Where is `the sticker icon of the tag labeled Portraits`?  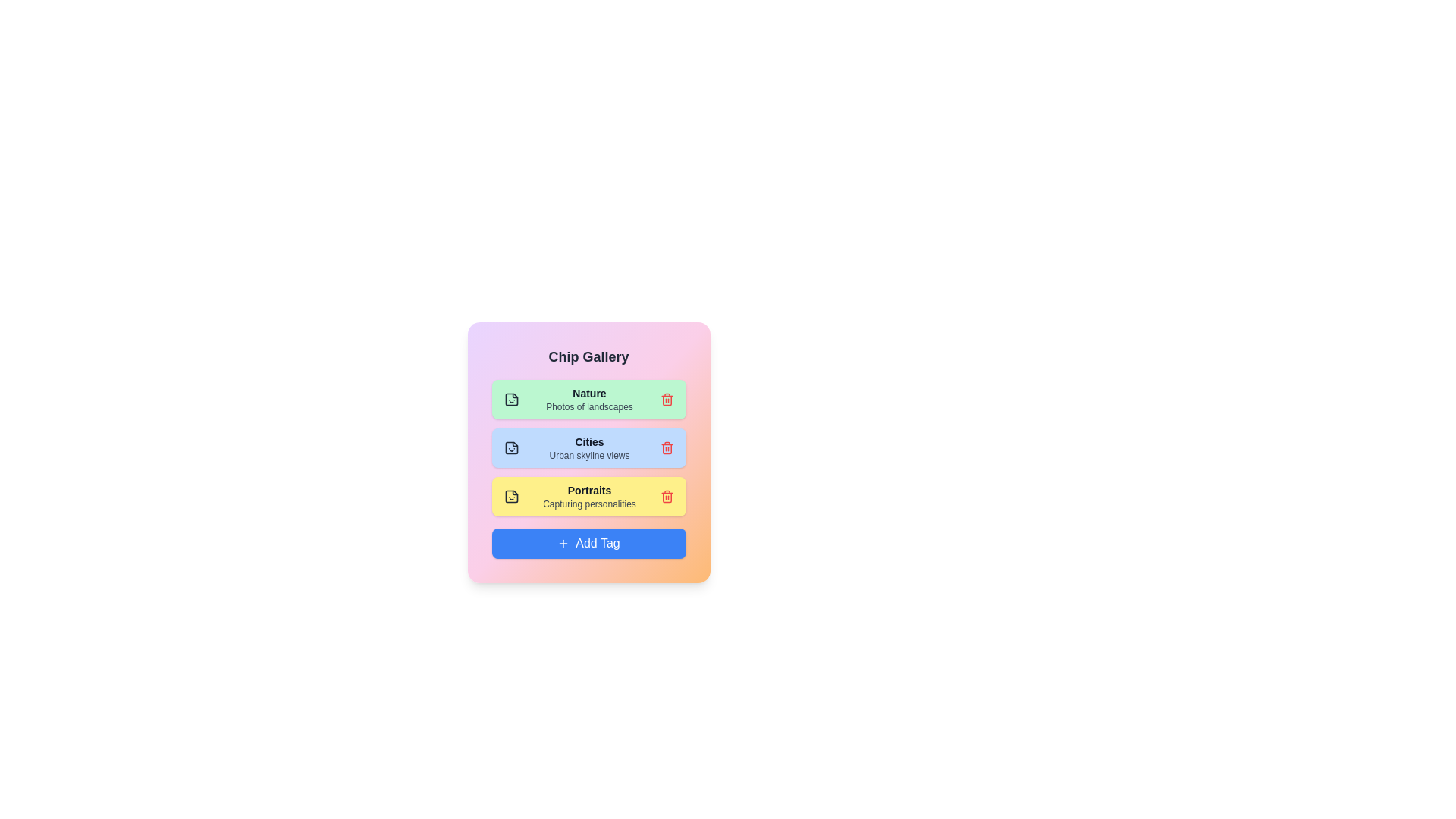 the sticker icon of the tag labeled Portraits is located at coordinates (511, 497).